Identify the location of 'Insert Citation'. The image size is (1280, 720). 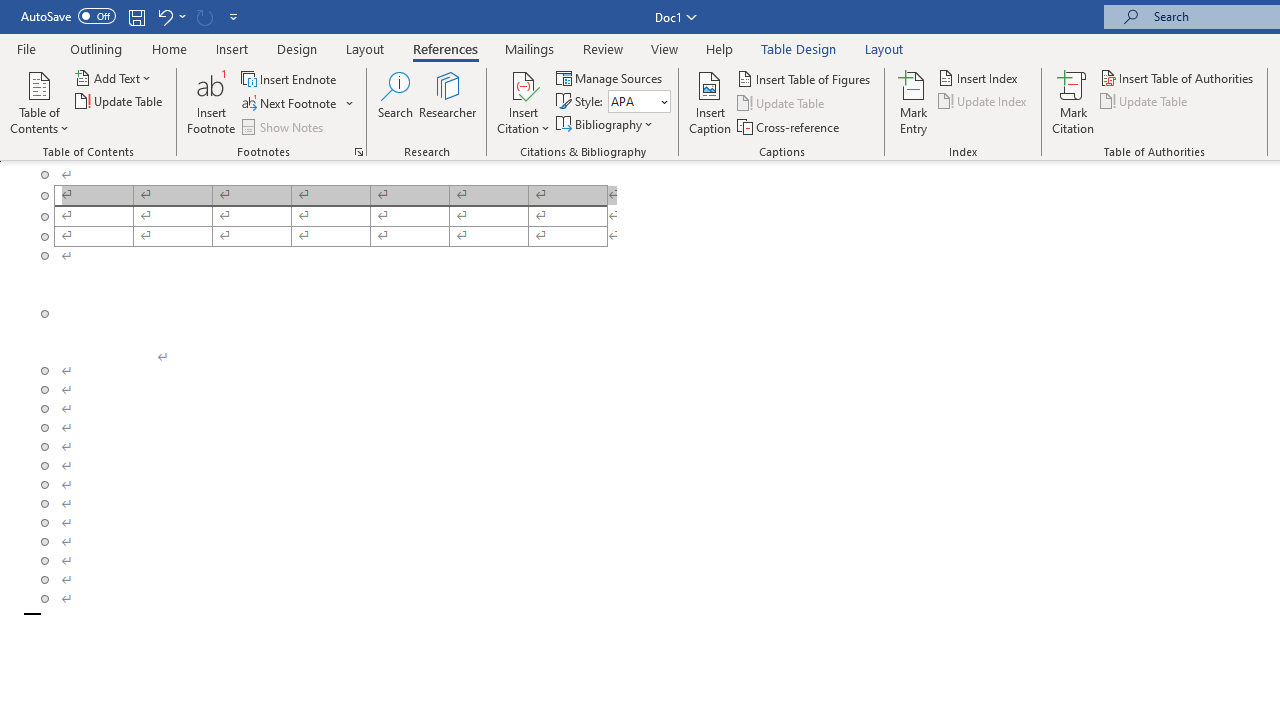
(524, 103).